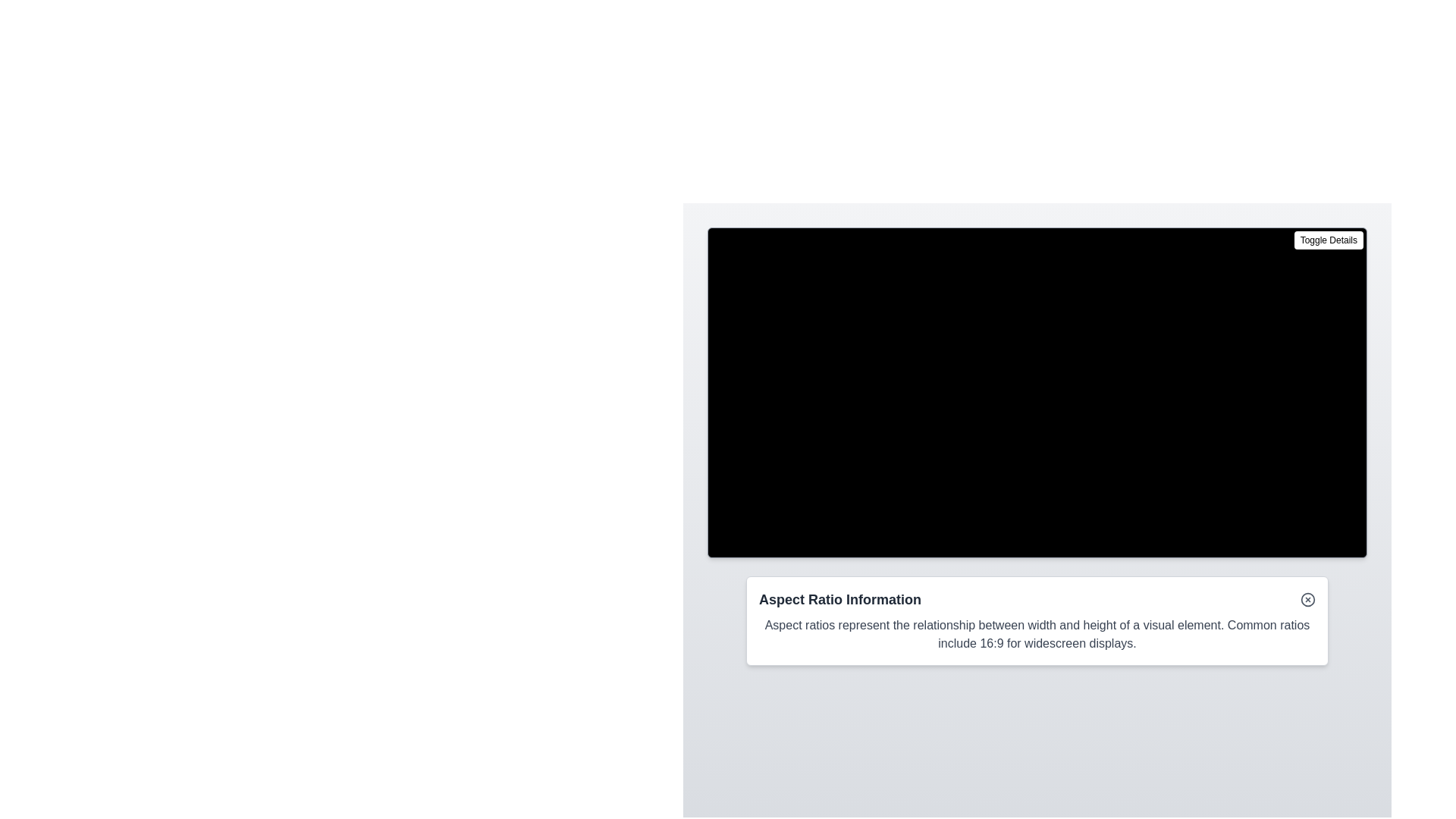 The height and width of the screenshot is (819, 1456). Describe the element at coordinates (1307, 598) in the screenshot. I see `the close button located in the top-right corner of the 'Aspect Ratio Information' panel` at that location.